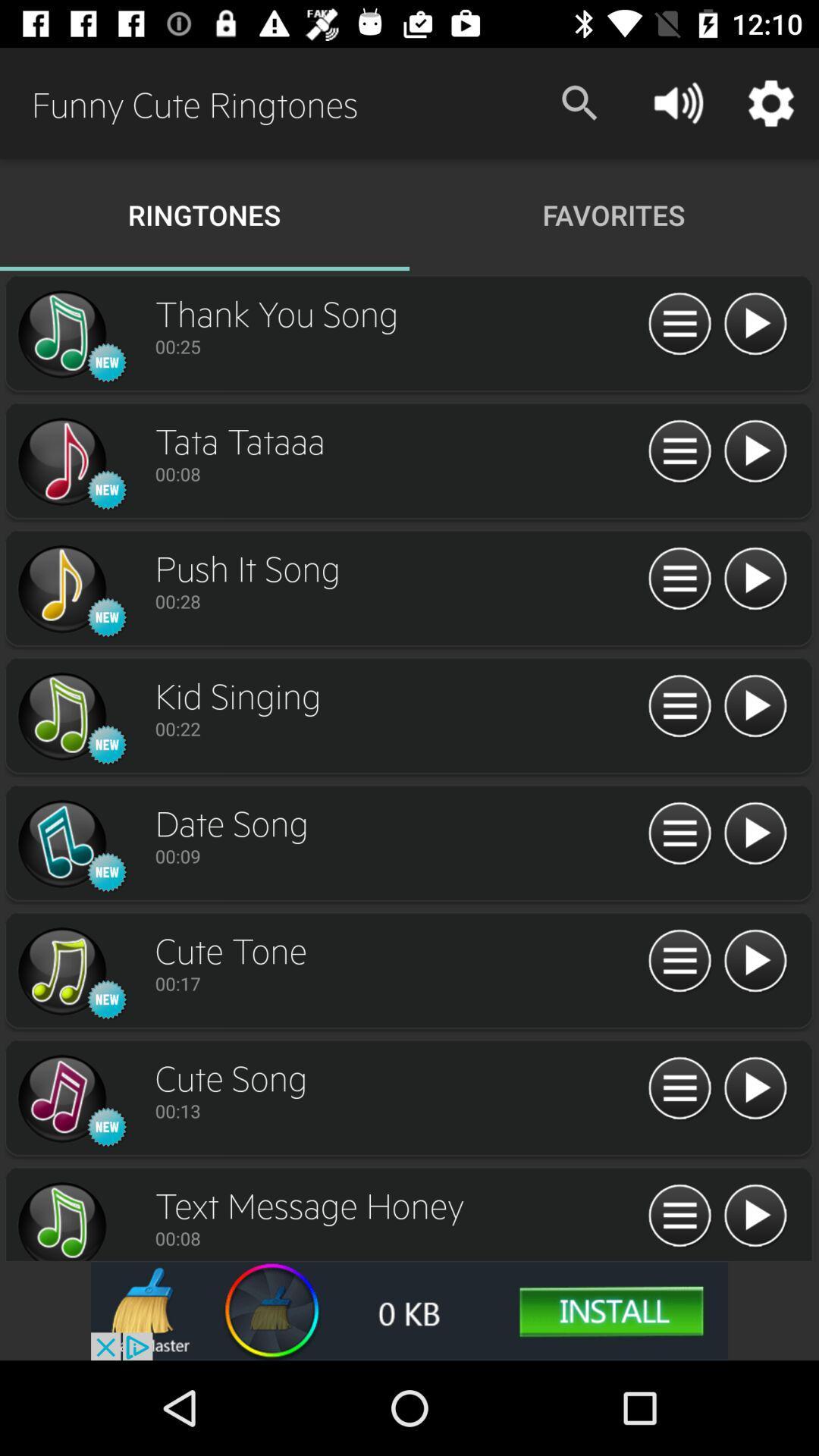 Image resolution: width=819 pixels, height=1456 pixels. I want to click on music clip, so click(755, 451).